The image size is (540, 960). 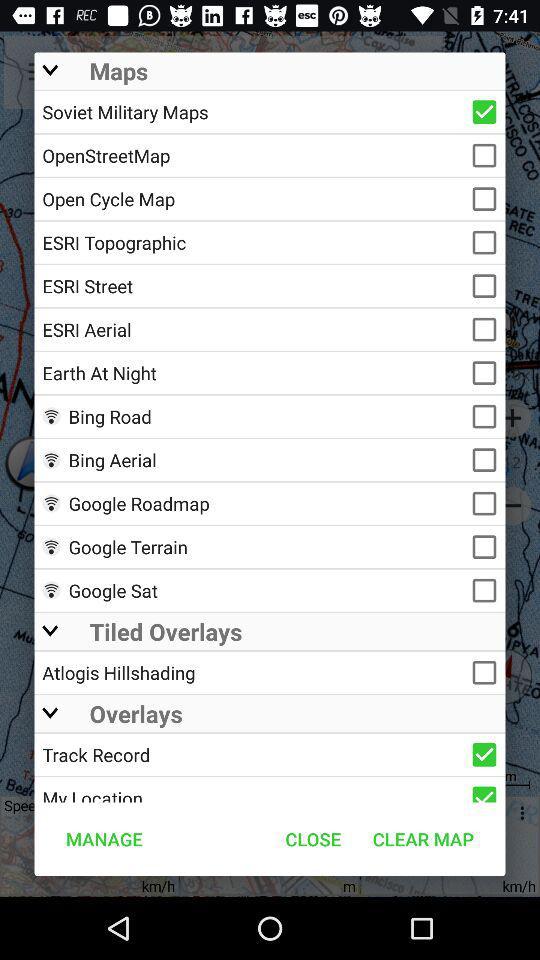 What do you see at coordinates (313, 839) in the screenshot?
I see `the item to the left of clear map item` at bounding box center [313, 839].